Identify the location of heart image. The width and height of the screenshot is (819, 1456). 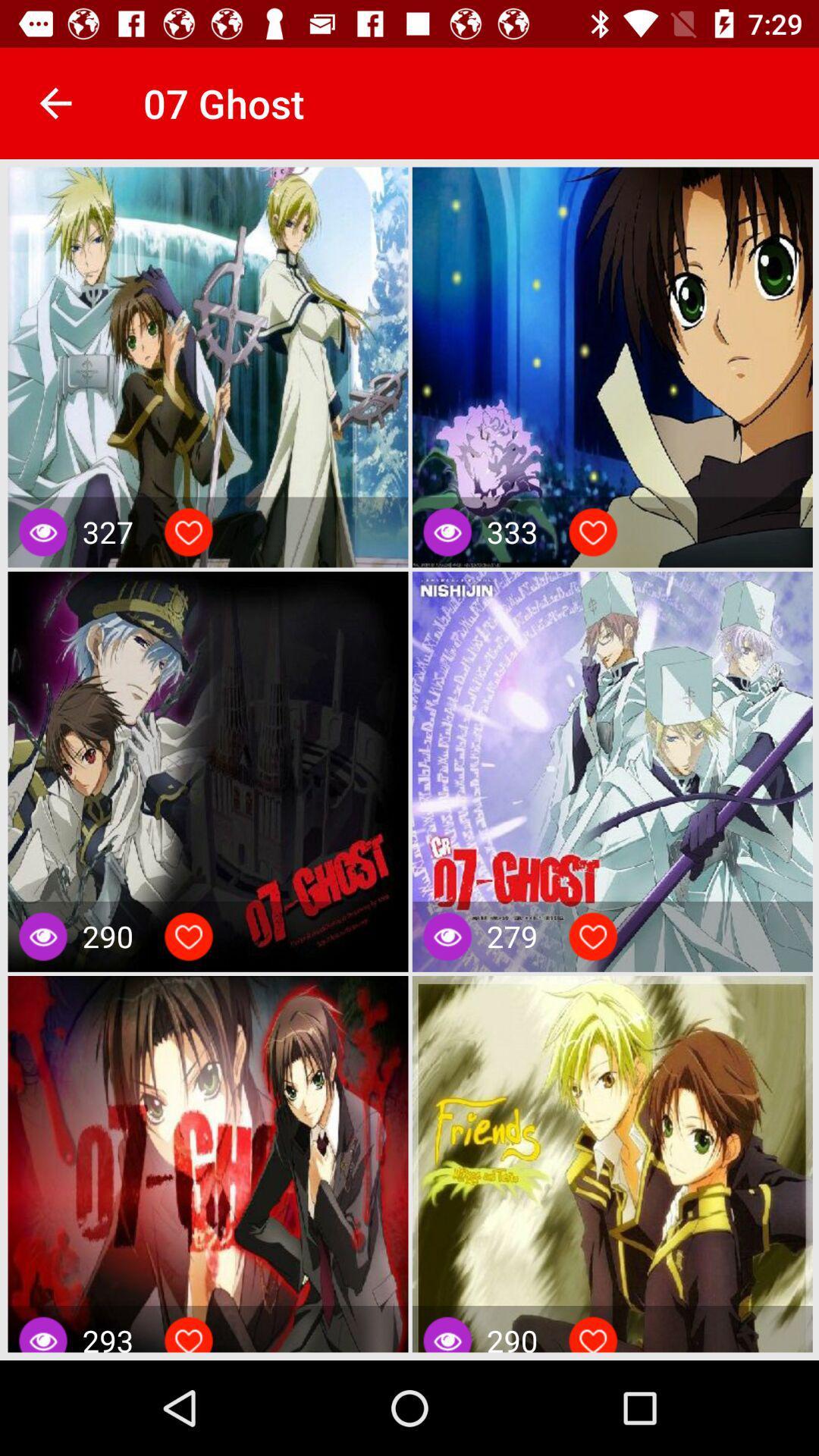
(592, 1338).